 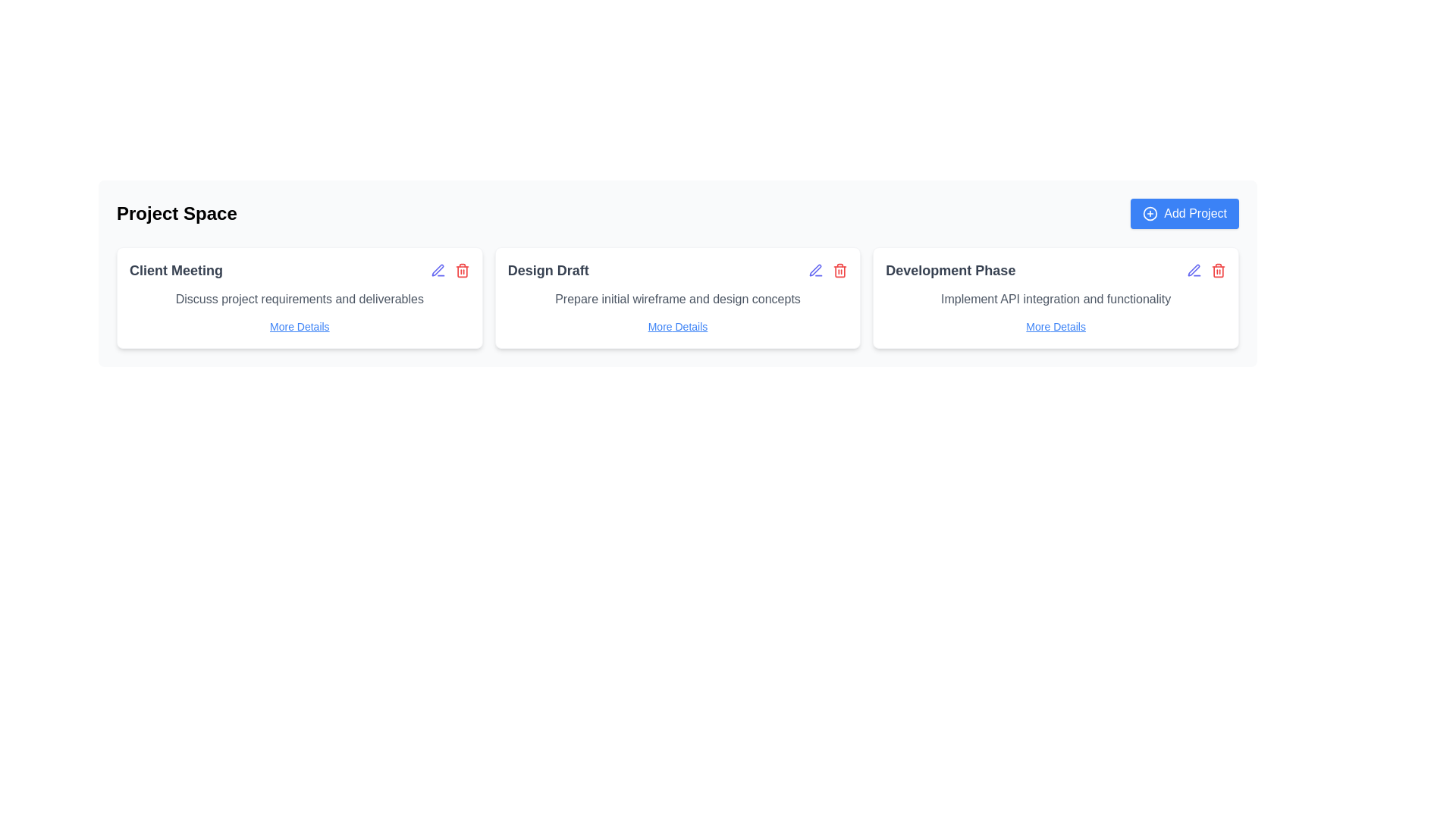 What do you see at coordinates (437, 270) in the screenshot?
I see `the icon button resembling a pen or pencil located at the top-right corner of the card layout to initiate editing of the associated card content` at bounding box center [437, 270].